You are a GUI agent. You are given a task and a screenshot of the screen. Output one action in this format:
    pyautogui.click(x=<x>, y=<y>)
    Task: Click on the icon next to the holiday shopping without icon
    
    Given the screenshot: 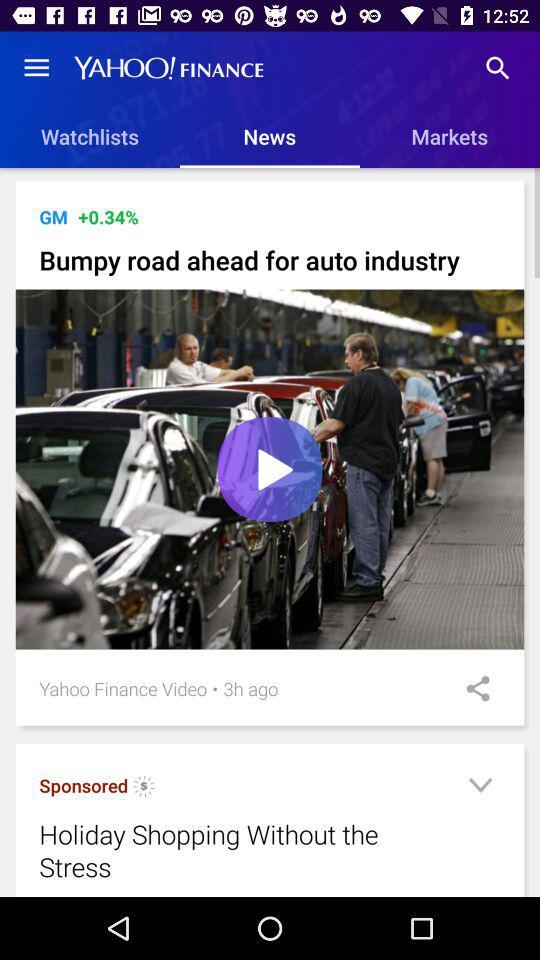 What is the action you would take?
    pyautogui.click(x=479, y=788)
    